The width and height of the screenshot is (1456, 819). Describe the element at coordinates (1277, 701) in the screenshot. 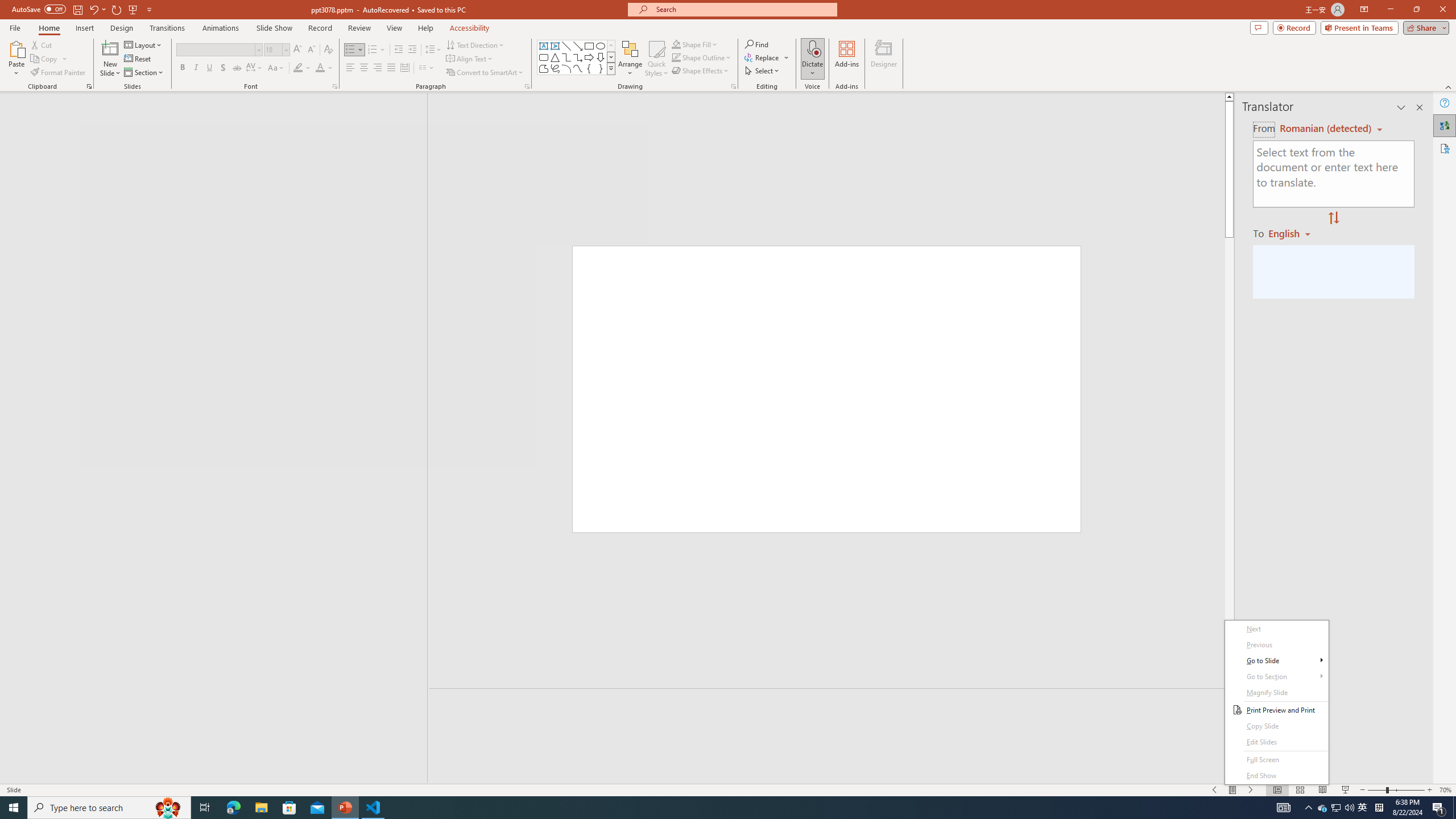

I see `'Class: NetUITWMenuContainer'` at that location.